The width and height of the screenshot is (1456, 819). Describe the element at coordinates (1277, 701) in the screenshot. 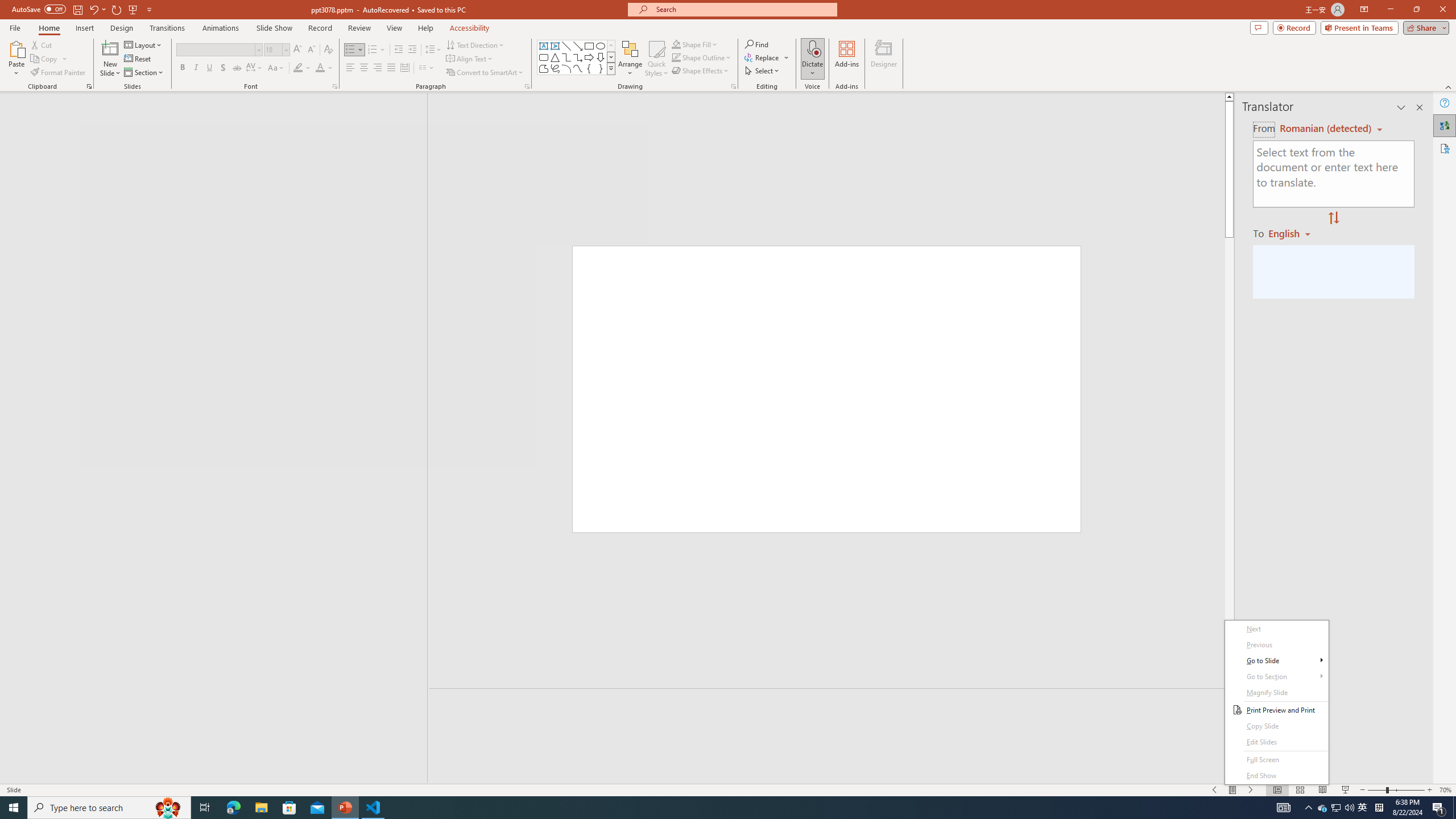

I see `'Class: NetUITWMenuContainer'` at that location.